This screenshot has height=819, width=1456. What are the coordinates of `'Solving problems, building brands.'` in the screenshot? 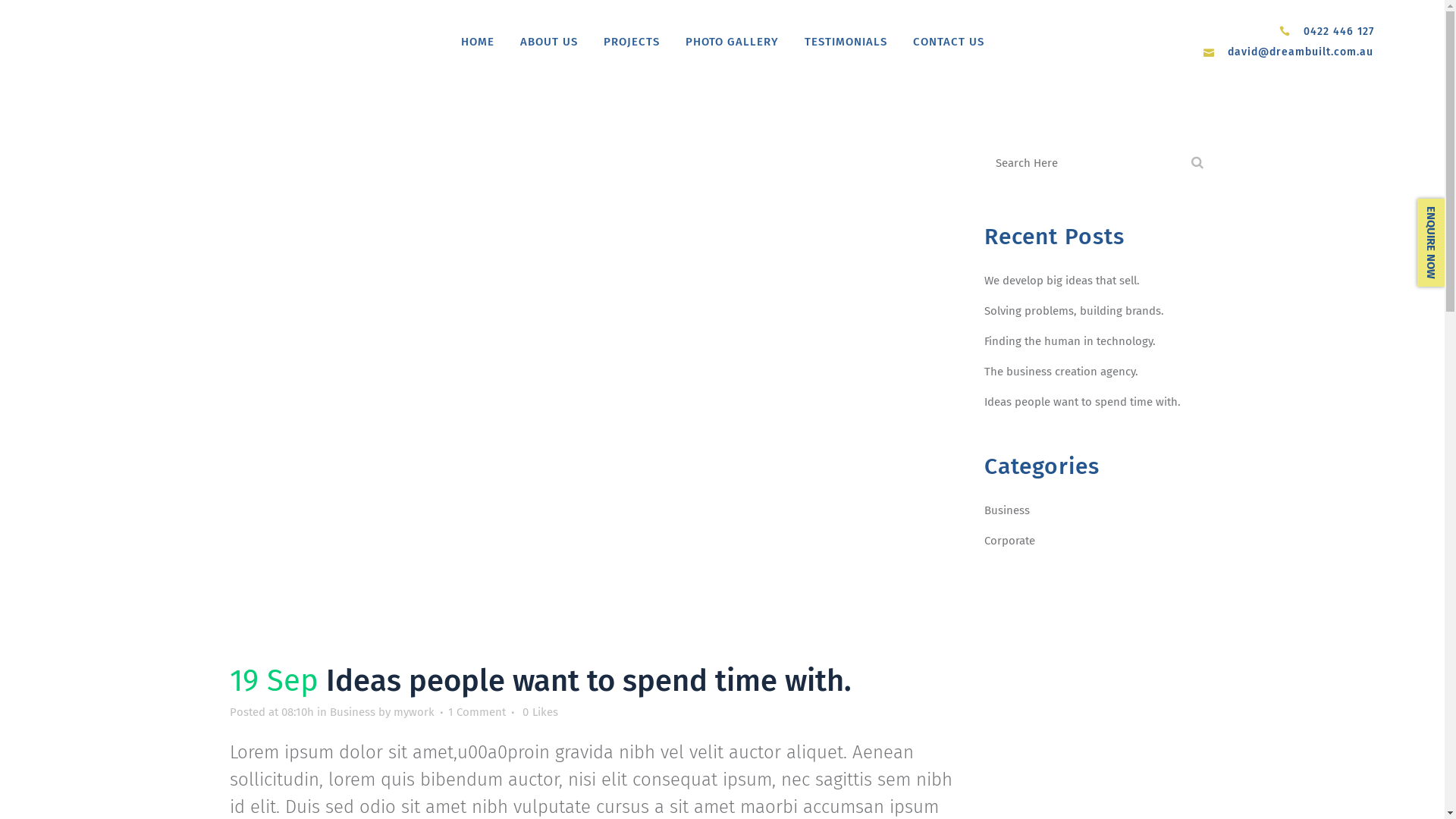 It's located at (984, 309).